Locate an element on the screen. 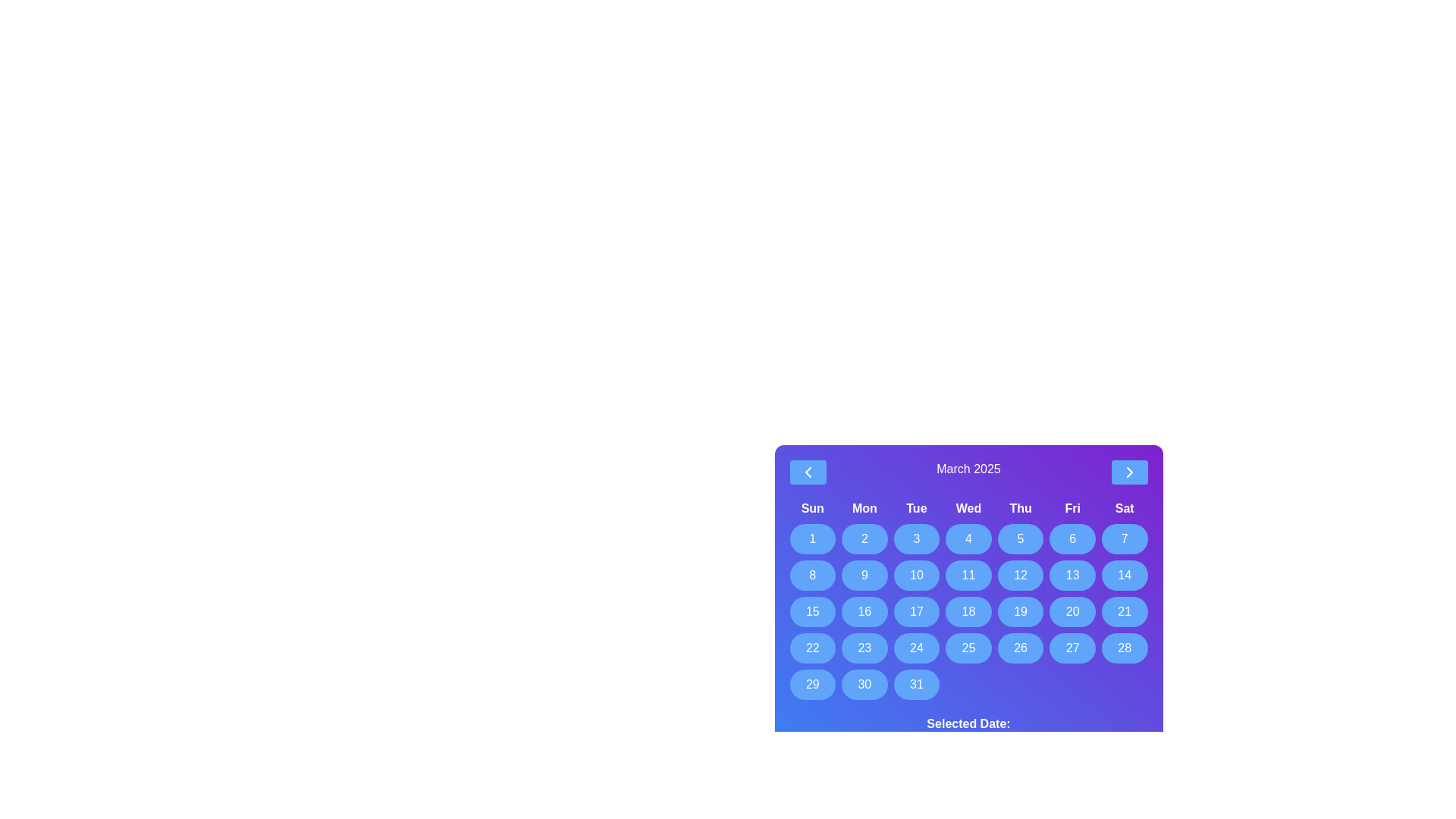 Image resolution: width=1456 pixels, height=819 pixels. the circular button with a blue background displaying the number '22' is located at coordinates (811, 648).